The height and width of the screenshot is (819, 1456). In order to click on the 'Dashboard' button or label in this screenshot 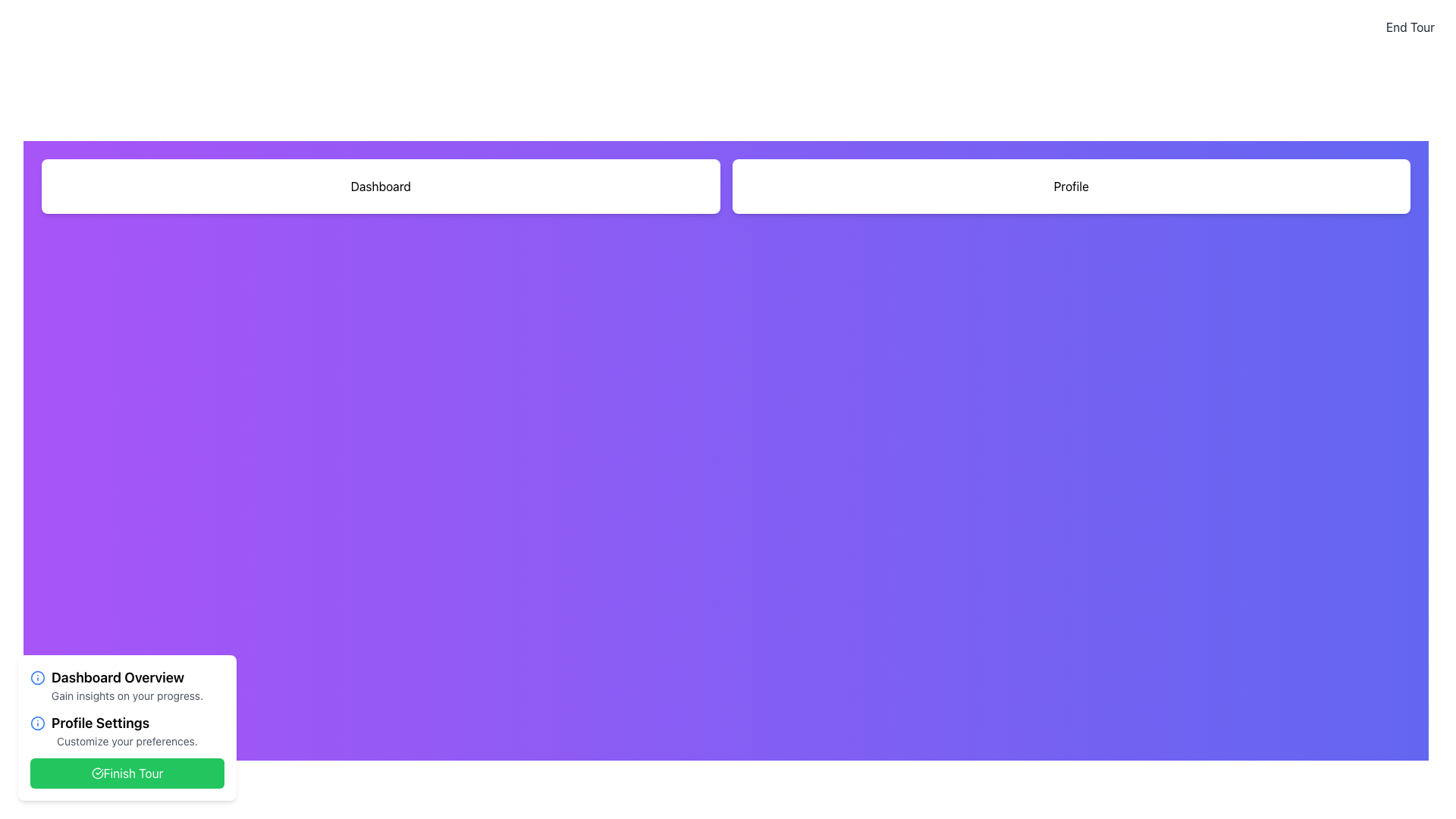, I will do `click(381, 186)`.